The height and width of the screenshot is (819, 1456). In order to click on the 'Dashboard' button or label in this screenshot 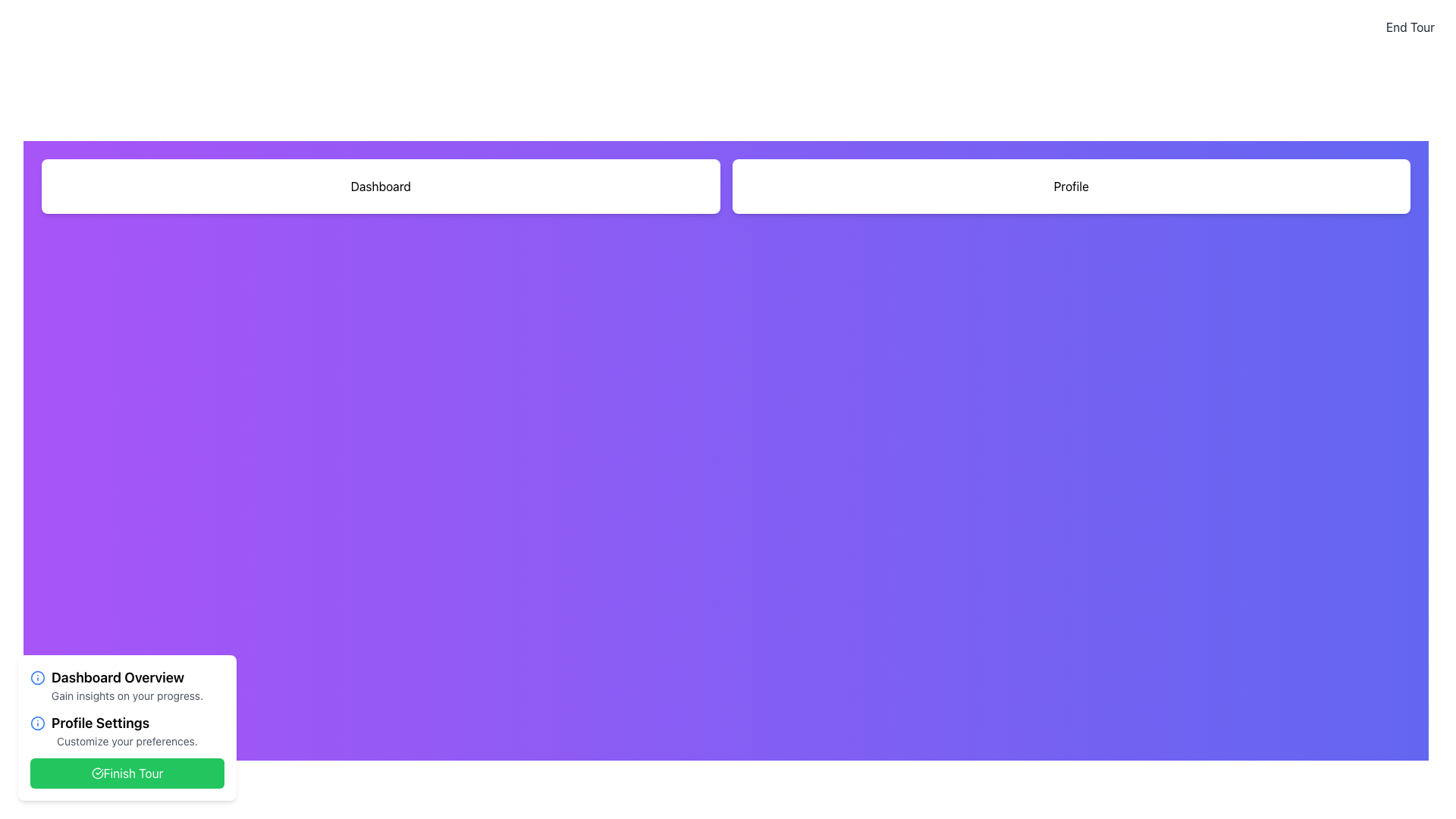, I will do `click(381, 186)`.